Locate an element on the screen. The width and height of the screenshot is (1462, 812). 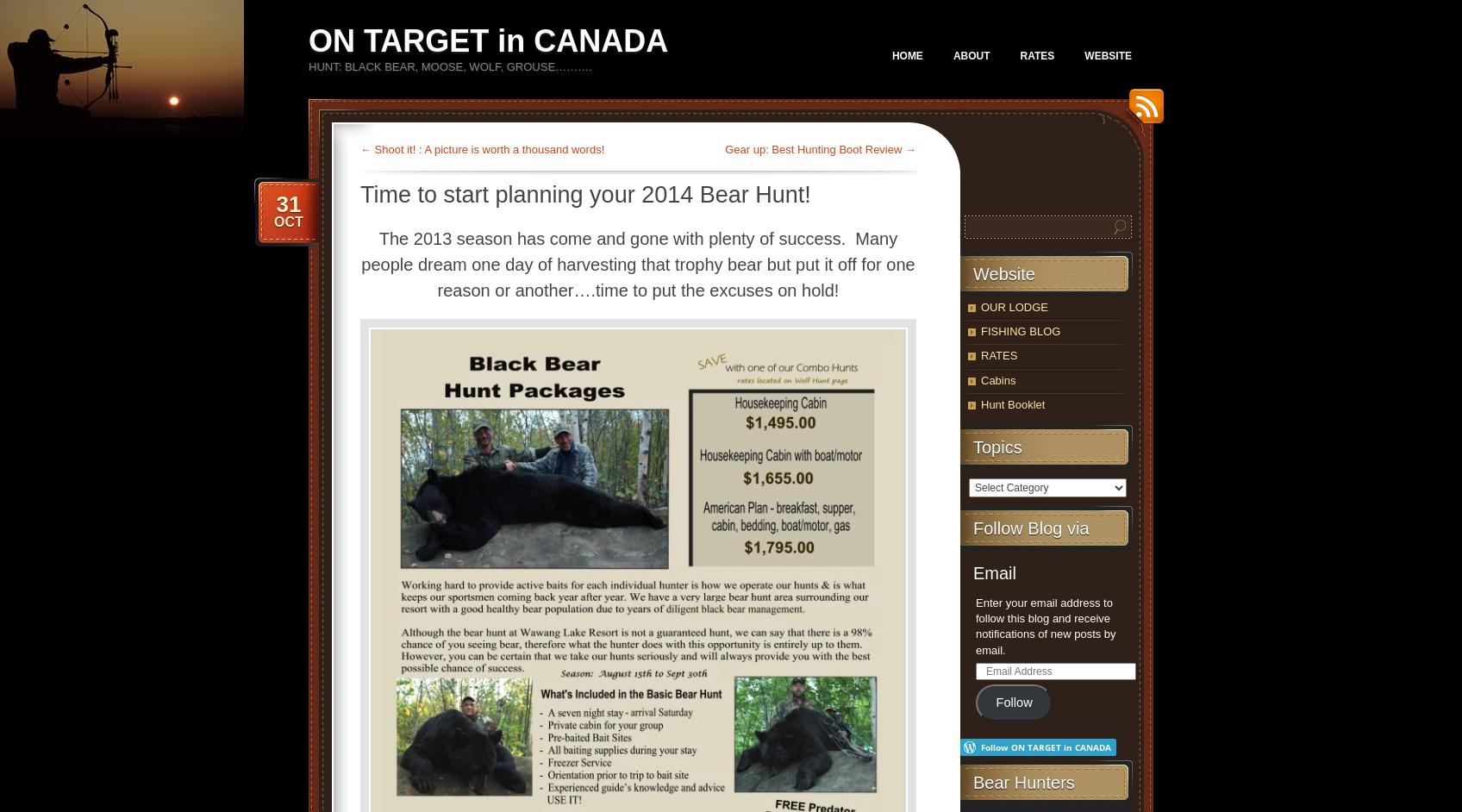
'Follow Blog via Email' is located at coordinates (972, 549).